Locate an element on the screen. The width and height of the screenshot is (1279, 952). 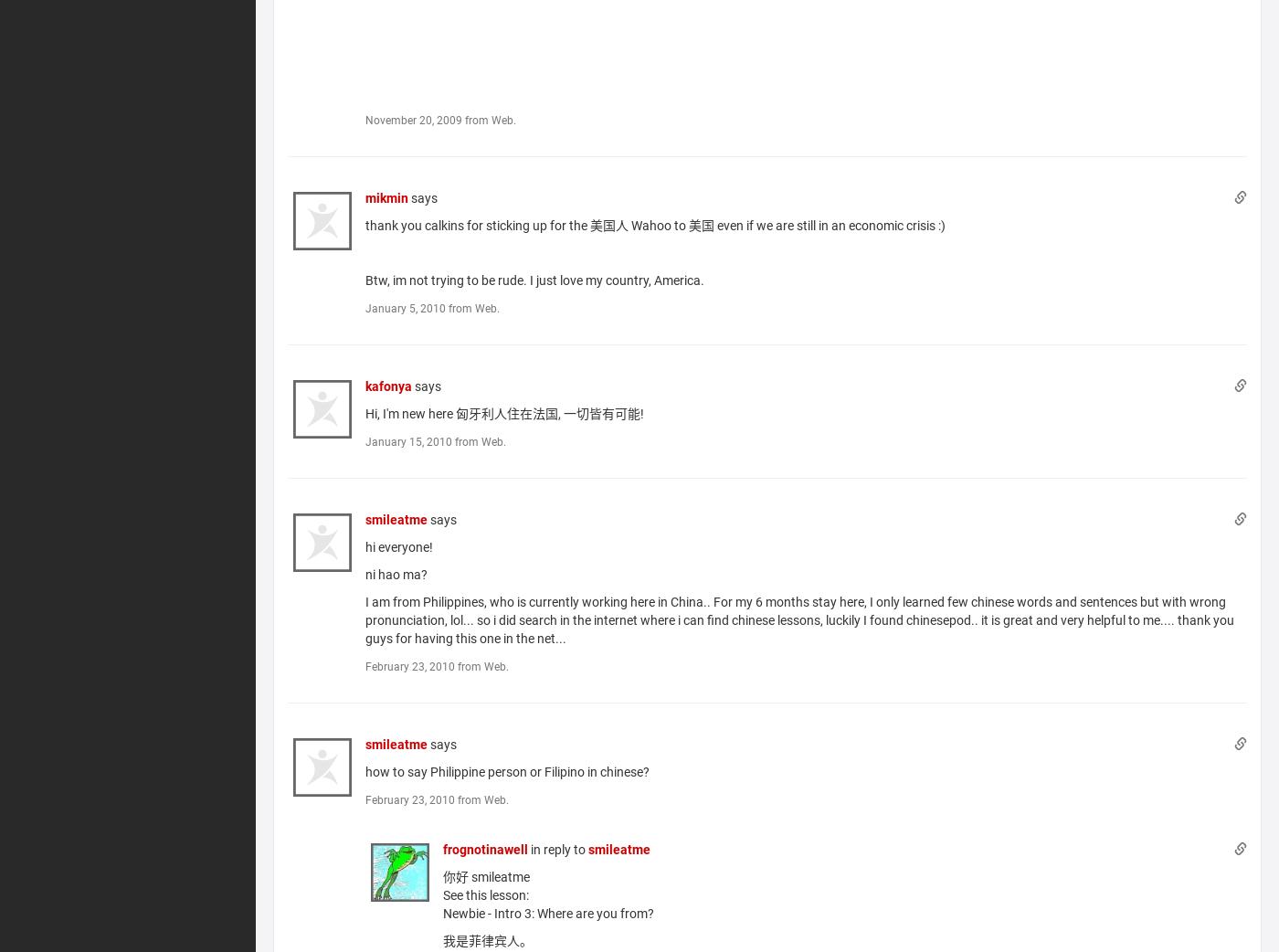
'I am from Philippines, who is currently working here in China.. For my 6 months stay here, I only learned few chinese words and sentences but with wrong pronunciation, lol... so i did search in the internet where i can find chinese lessons, luckily I found chinesepod.. it is great and very helpful to me.... thank you guys for having this one in the net...' is located at coordinates (799, 619).